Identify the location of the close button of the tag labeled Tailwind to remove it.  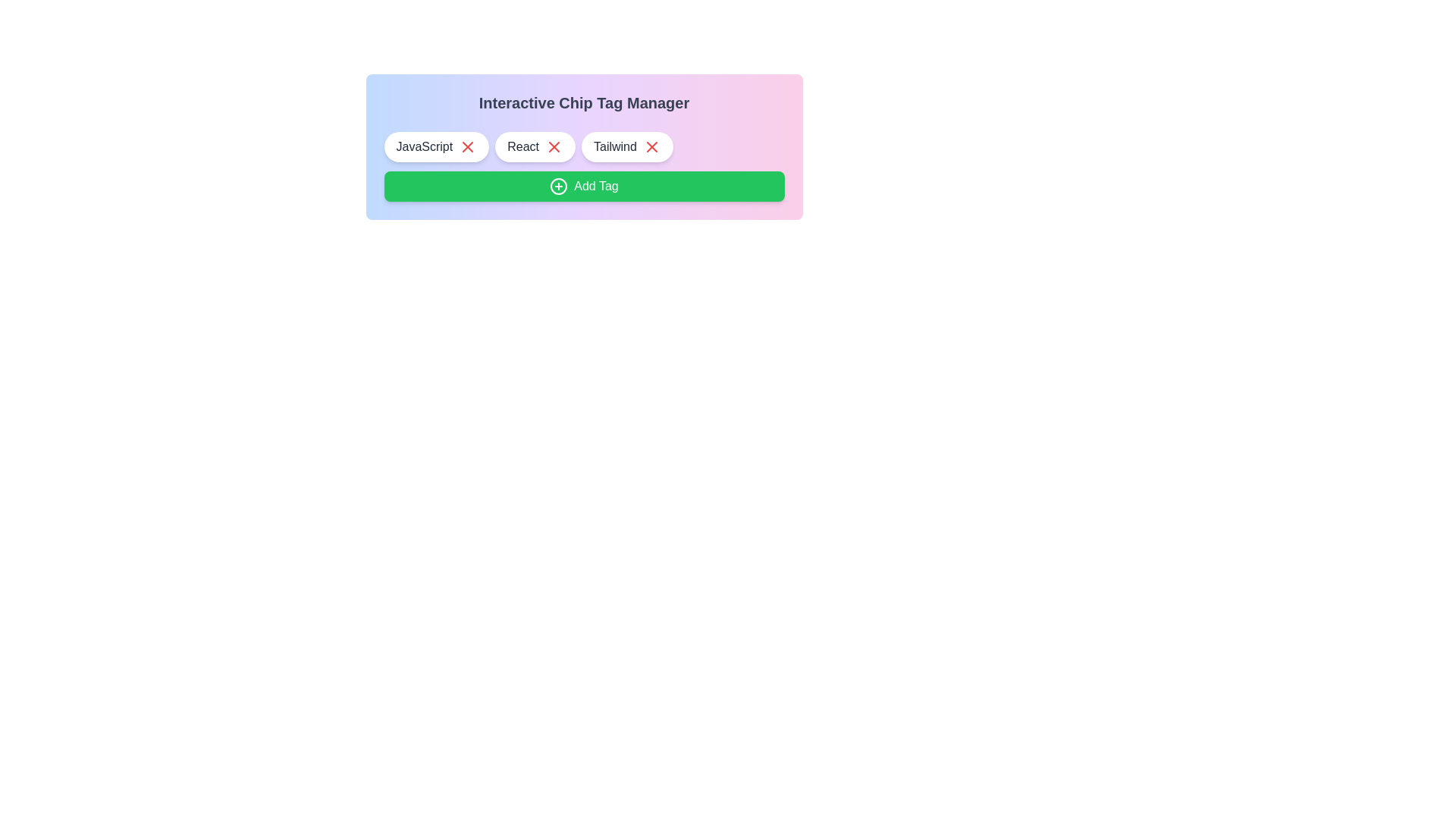
(651, 146).